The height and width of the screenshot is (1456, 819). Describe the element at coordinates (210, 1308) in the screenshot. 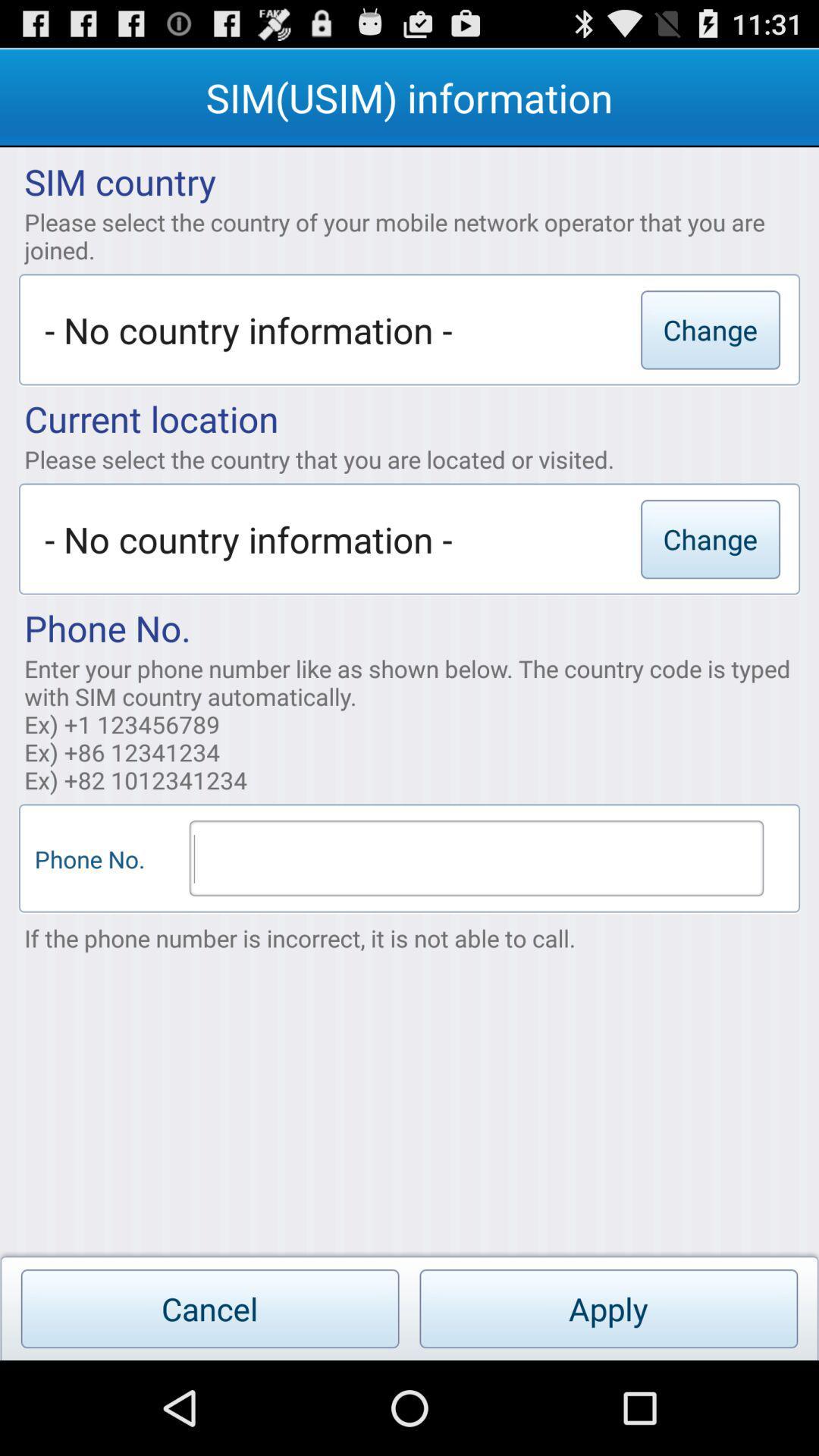

I see `the icon to the left of the apply` at that location.